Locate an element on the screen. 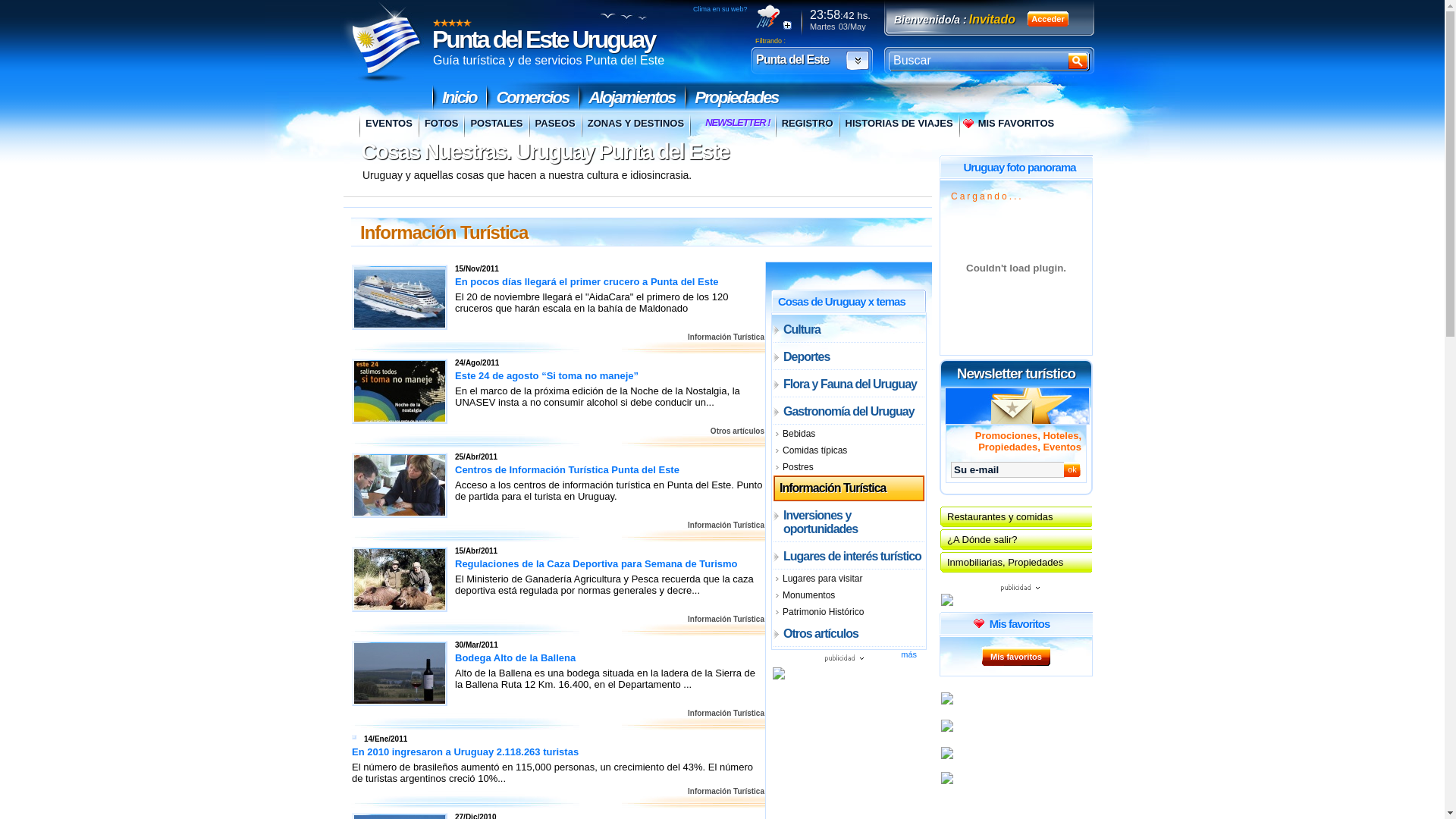 Image resolution: width=1456 pixels, height=819 pixels. 'MIS FAVORITOS' is located at coordinates (1009, 124).